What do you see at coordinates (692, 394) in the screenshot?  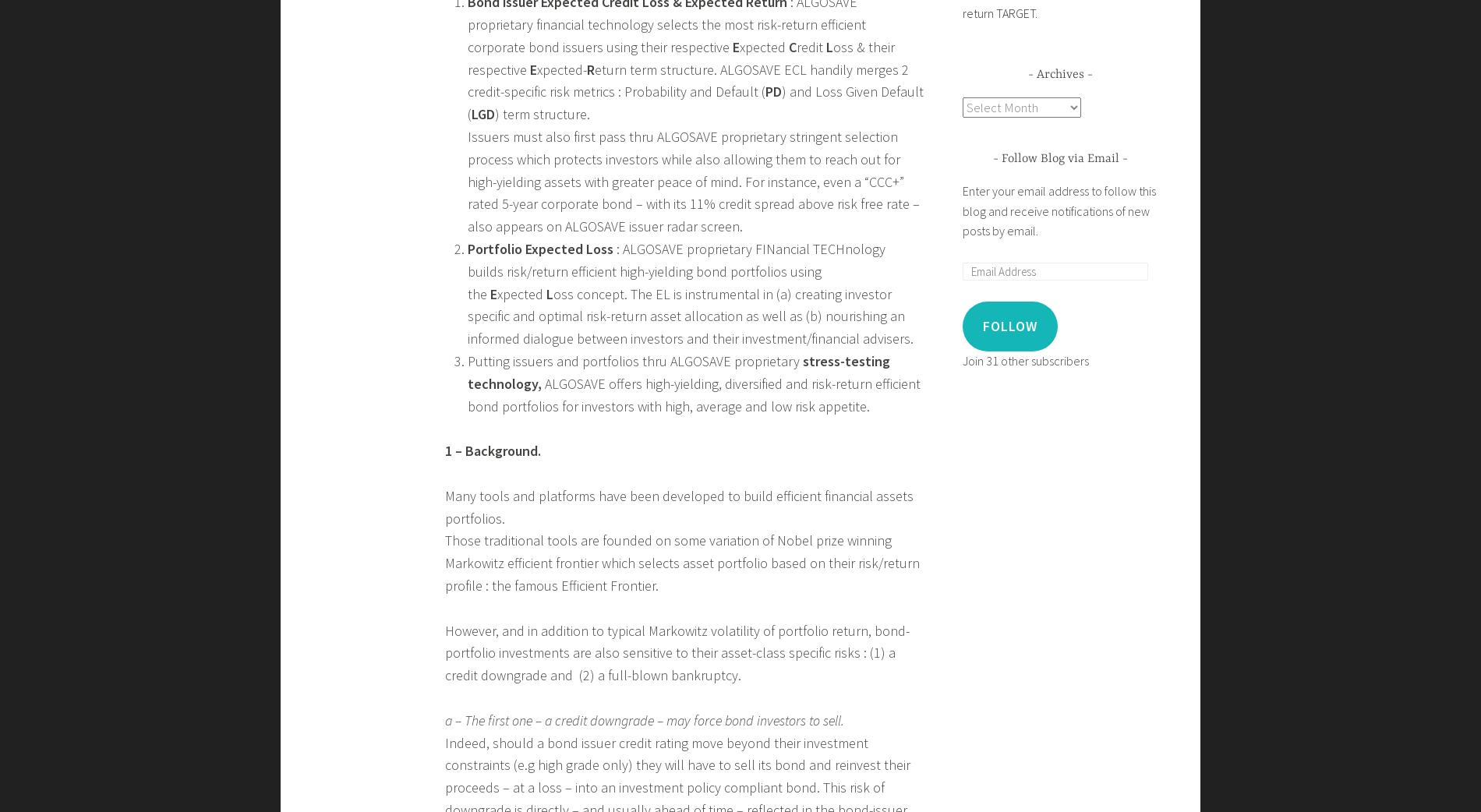 I see `'ALGOSAVE offers high-yielding, diversified and risk-return efficient bond portfolios for investors with high, average and low risk appetite.'` at bounding box center [692, 394].